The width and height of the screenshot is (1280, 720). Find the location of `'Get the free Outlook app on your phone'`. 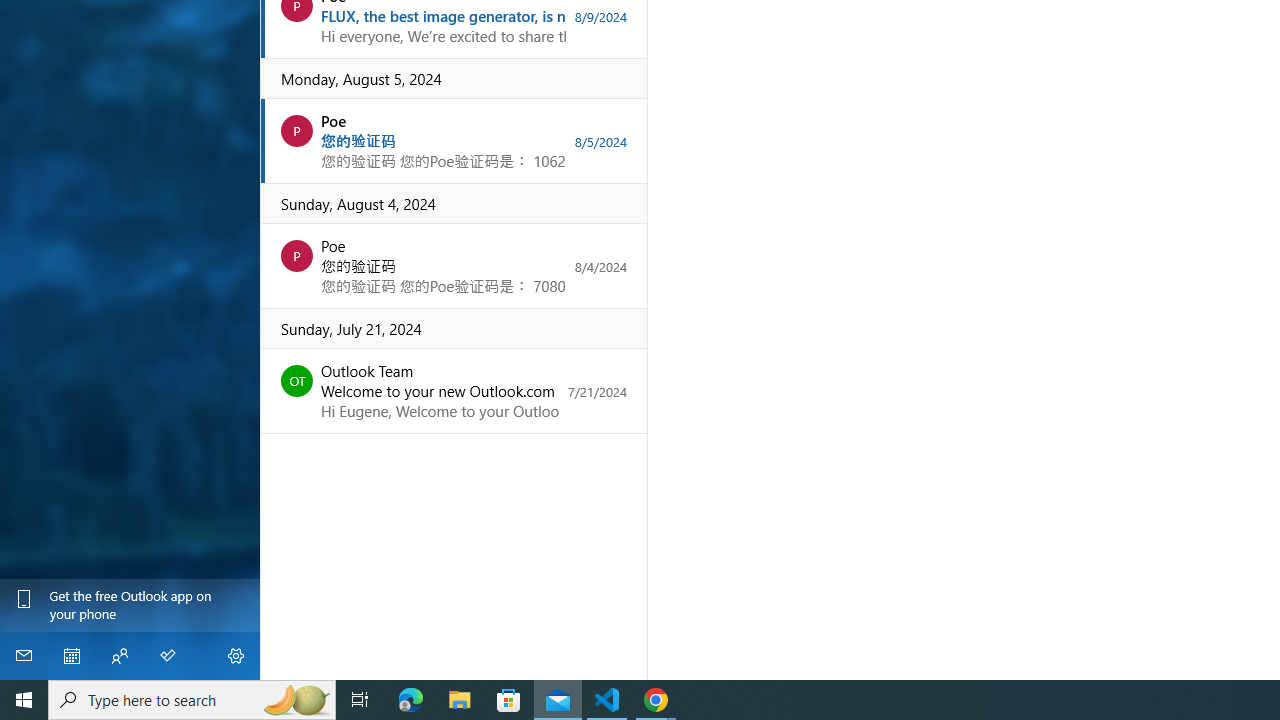

'Get the free Outlook app on your phone' is located at coordinates (128, 604).